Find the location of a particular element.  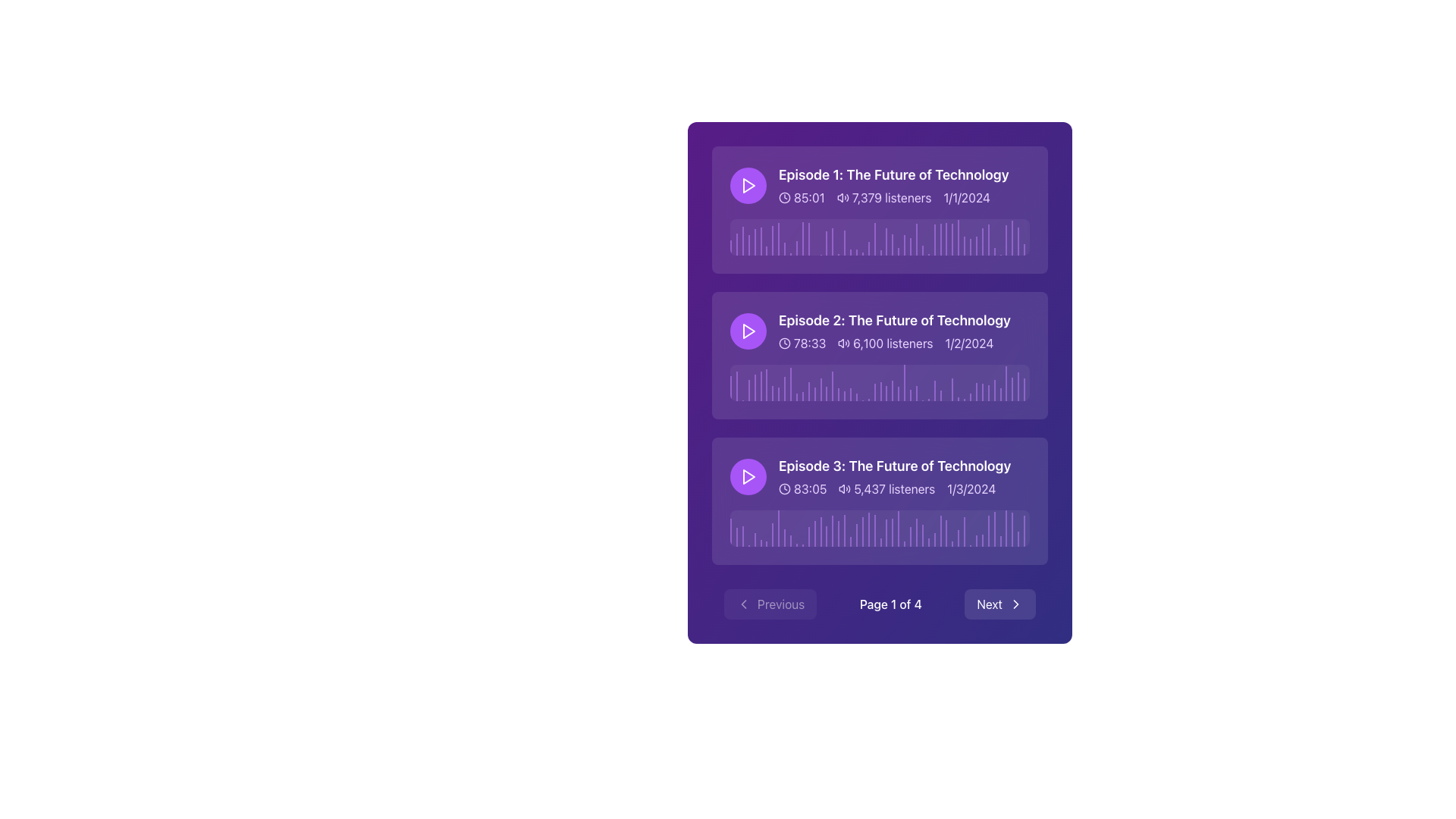

the play button located to the left of the title 'Episode 1: The Future of Technology' is located at coordinates (748, 185).